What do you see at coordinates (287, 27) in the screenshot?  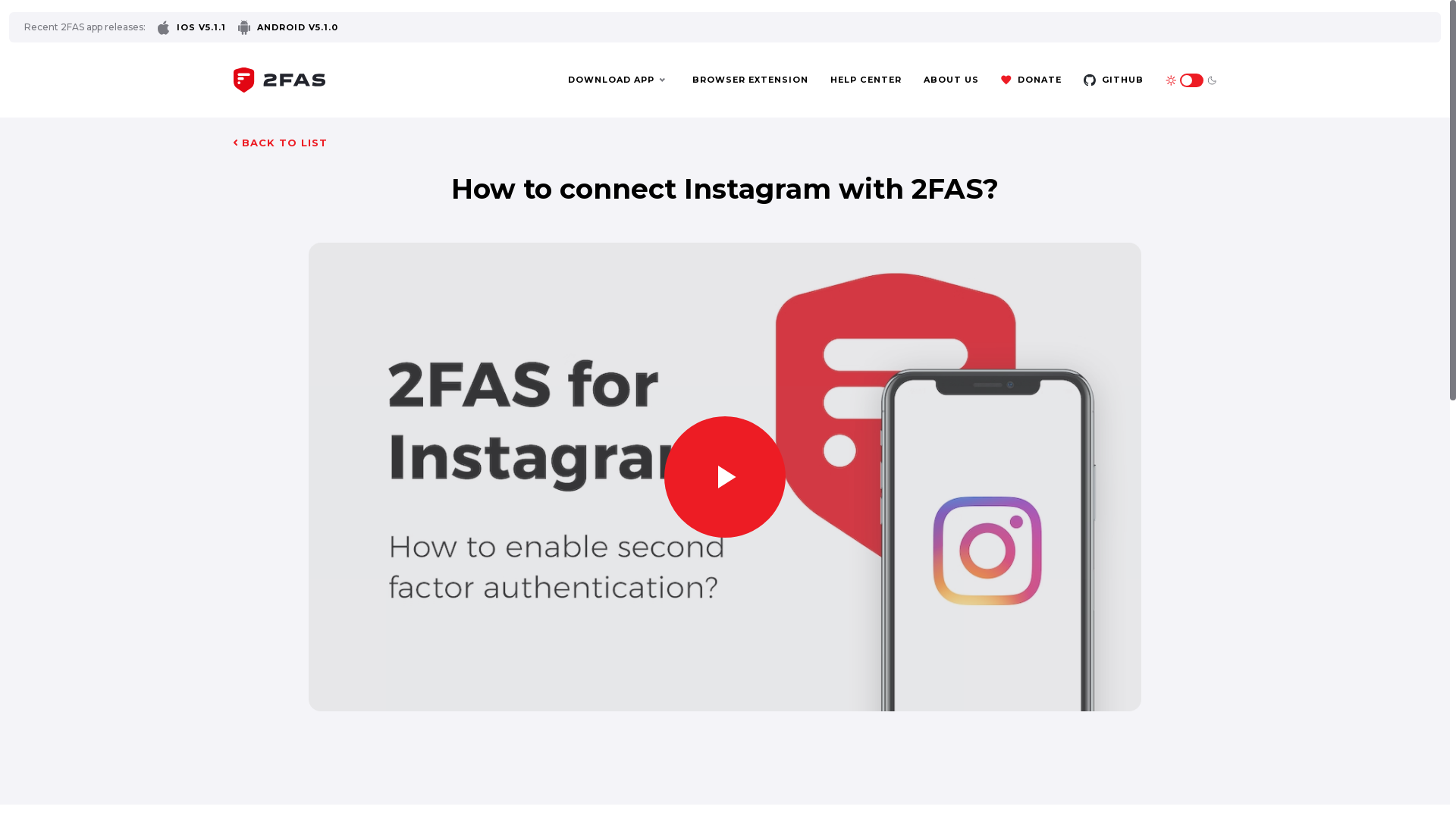 I see `'ANDROID V5.1.0'` at bounding box center [287, 27].